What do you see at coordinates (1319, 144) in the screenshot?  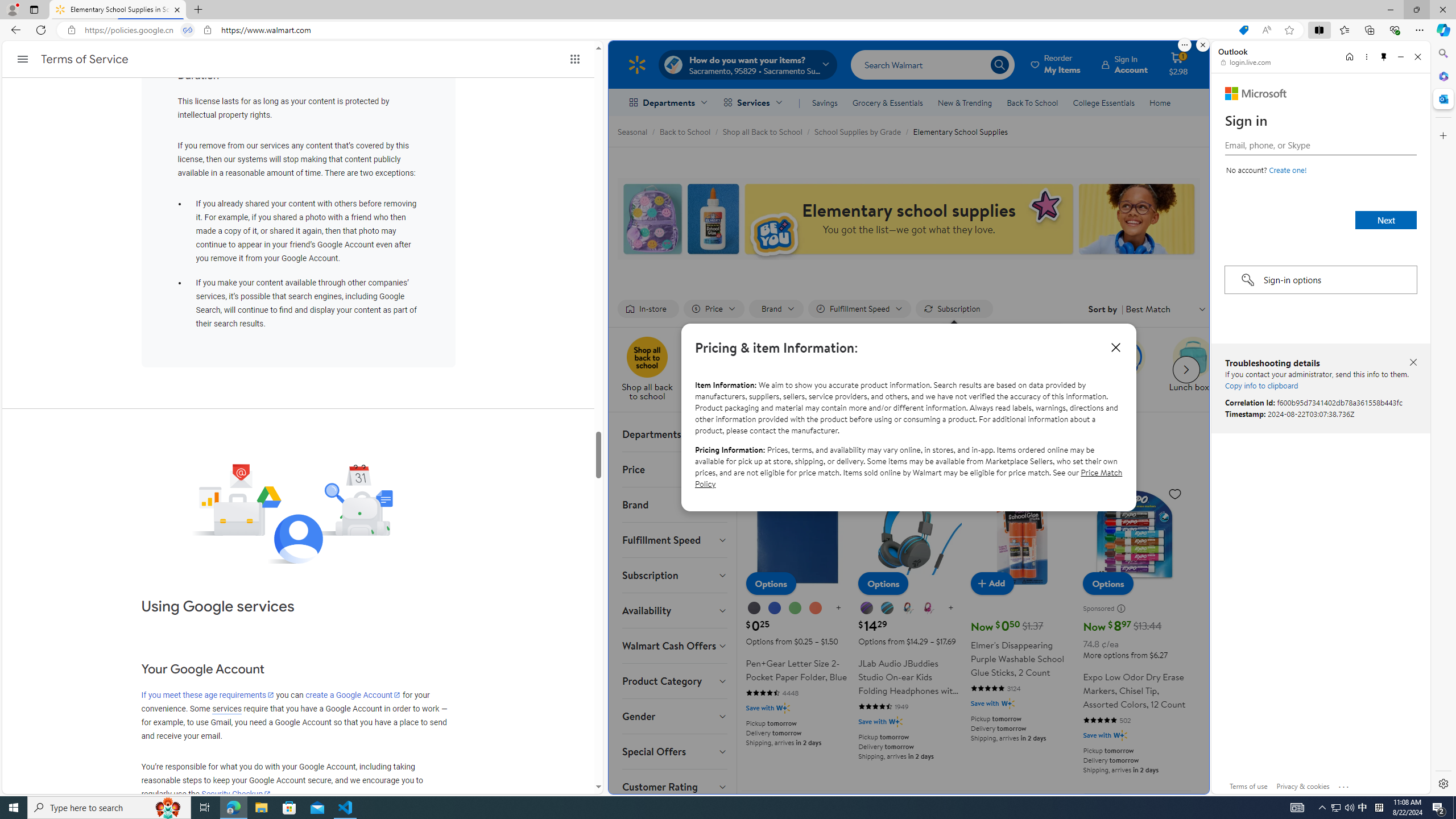 I see `'Enter your email, phone, or Skype.'` at bounding box center [1319, 144].